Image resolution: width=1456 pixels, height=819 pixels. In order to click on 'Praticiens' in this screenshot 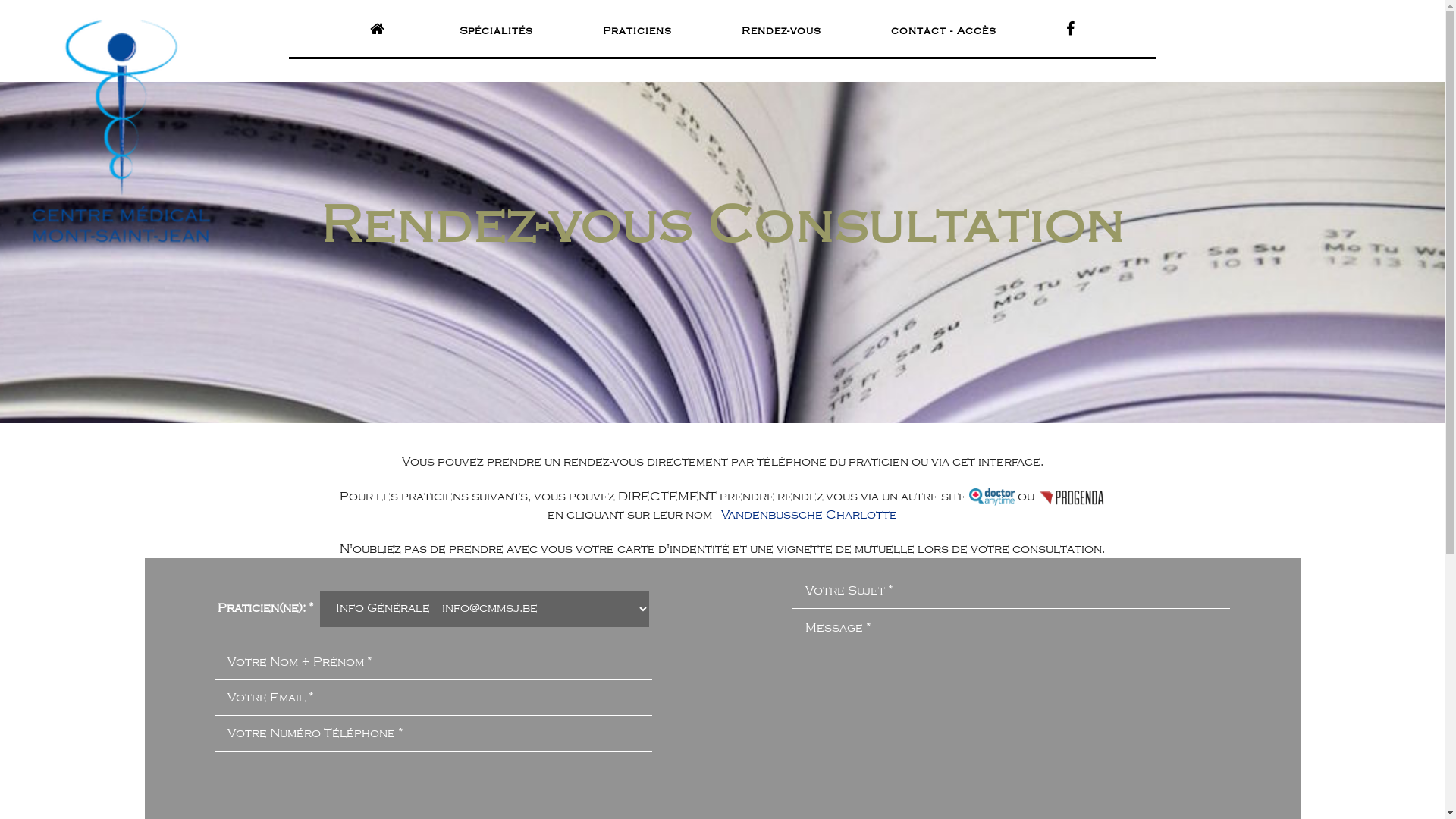, I will do `click(636, 31)`.